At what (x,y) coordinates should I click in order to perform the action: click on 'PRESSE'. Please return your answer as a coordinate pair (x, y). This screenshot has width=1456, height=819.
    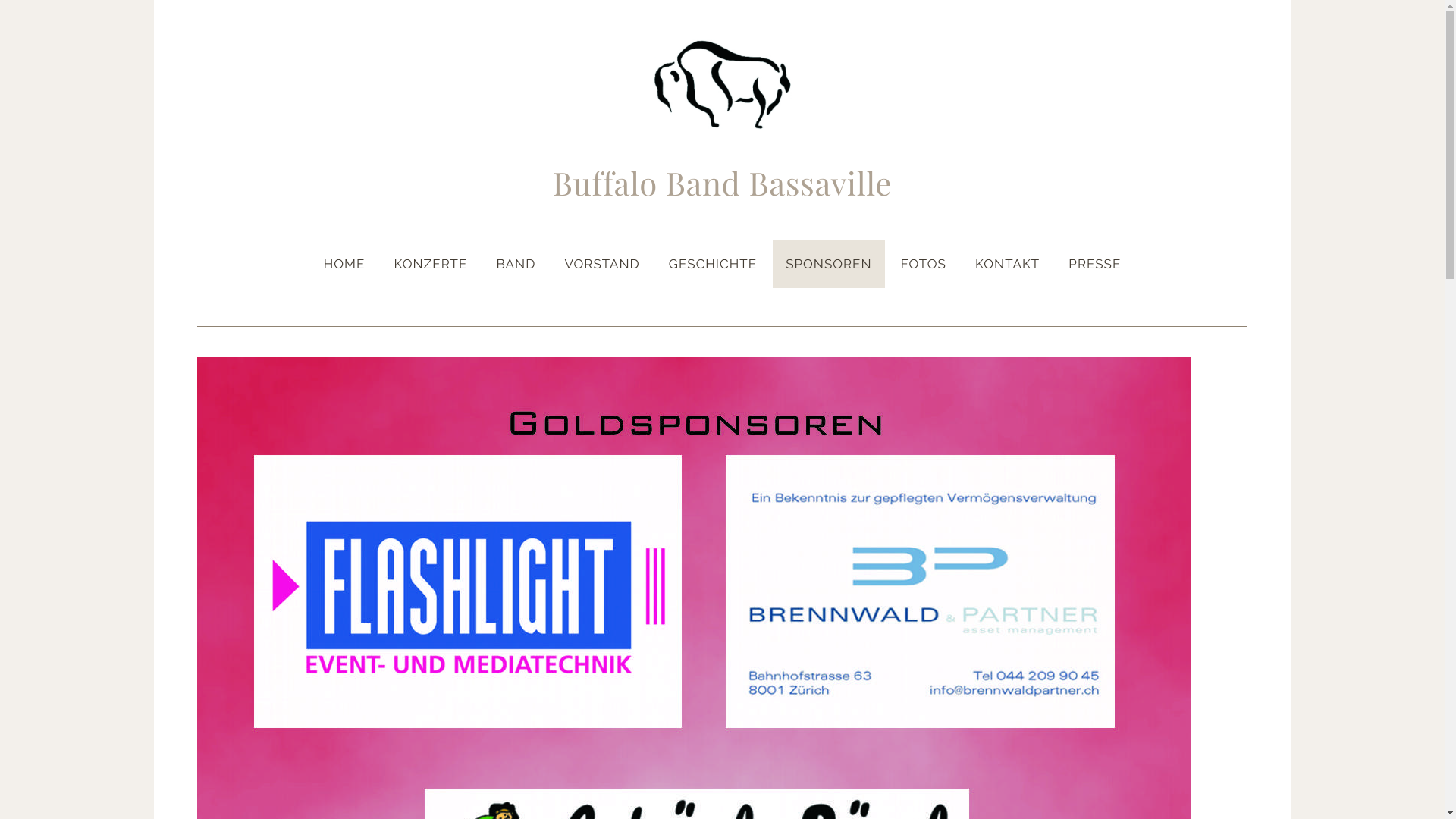
    Looking at the image, I should click on (1055, 262).